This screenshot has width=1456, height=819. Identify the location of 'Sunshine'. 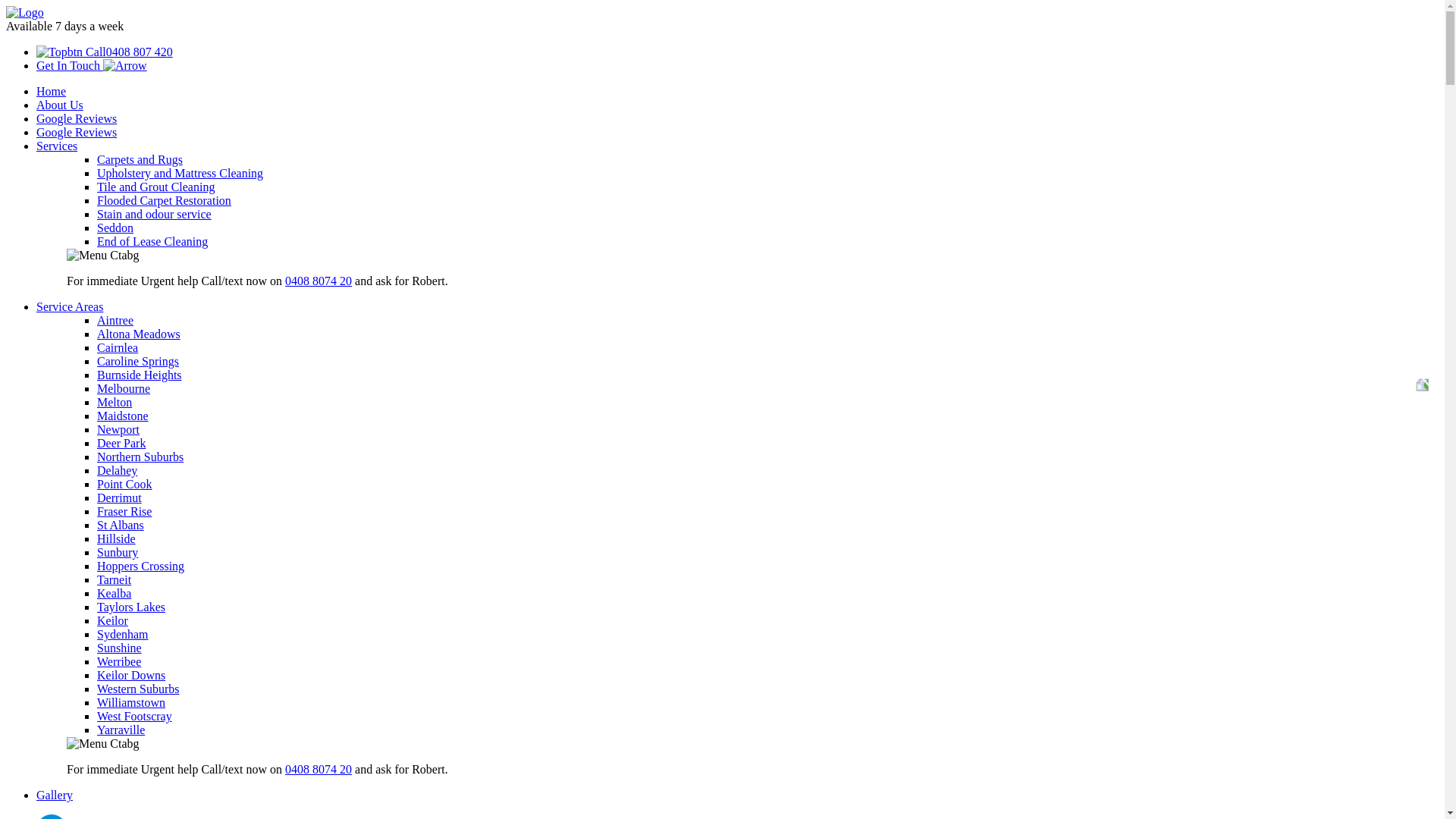
(118, 648).